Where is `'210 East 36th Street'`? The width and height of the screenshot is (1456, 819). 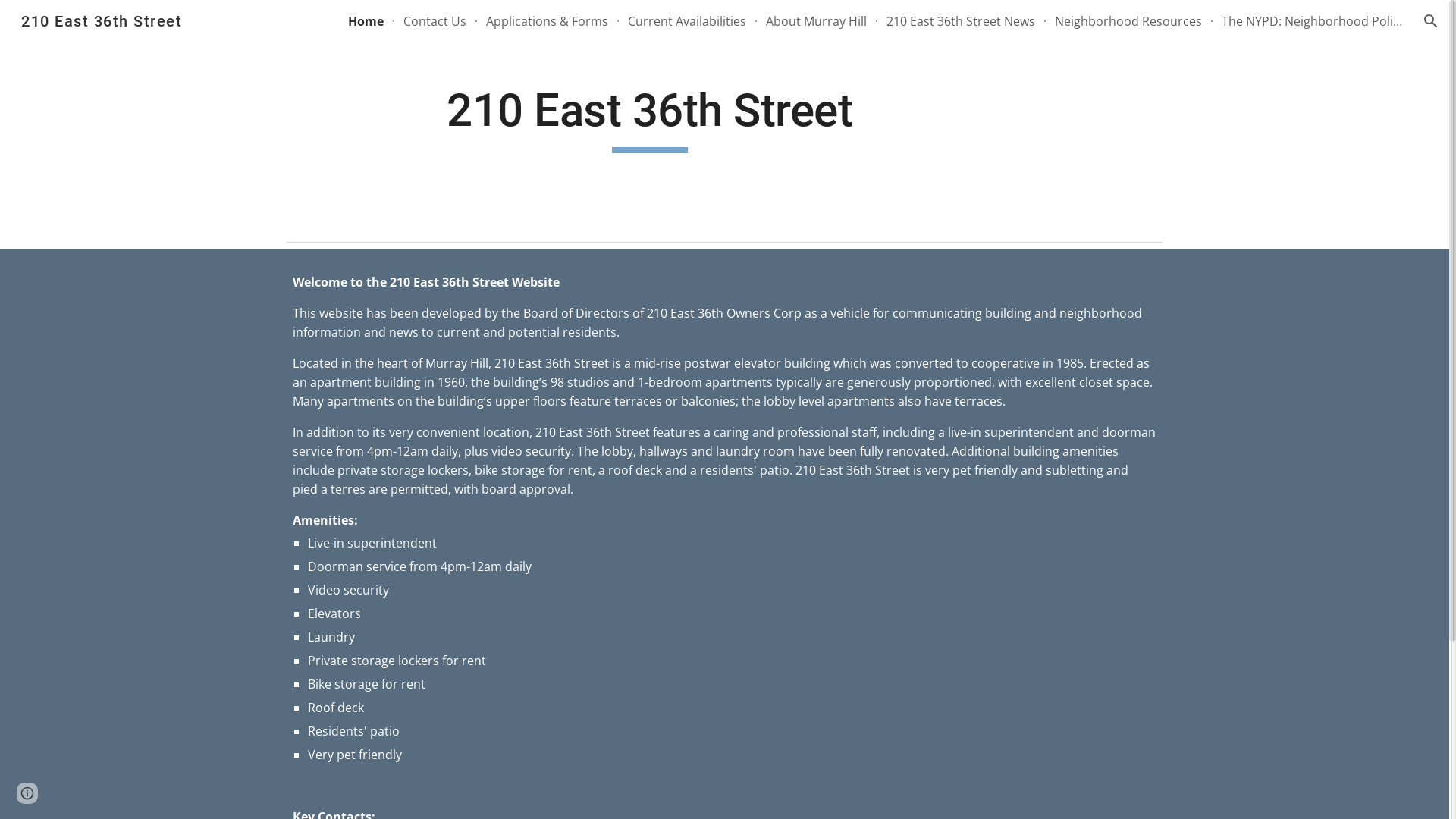 '210 East 36th Street' is located at coordinates (101, 20).